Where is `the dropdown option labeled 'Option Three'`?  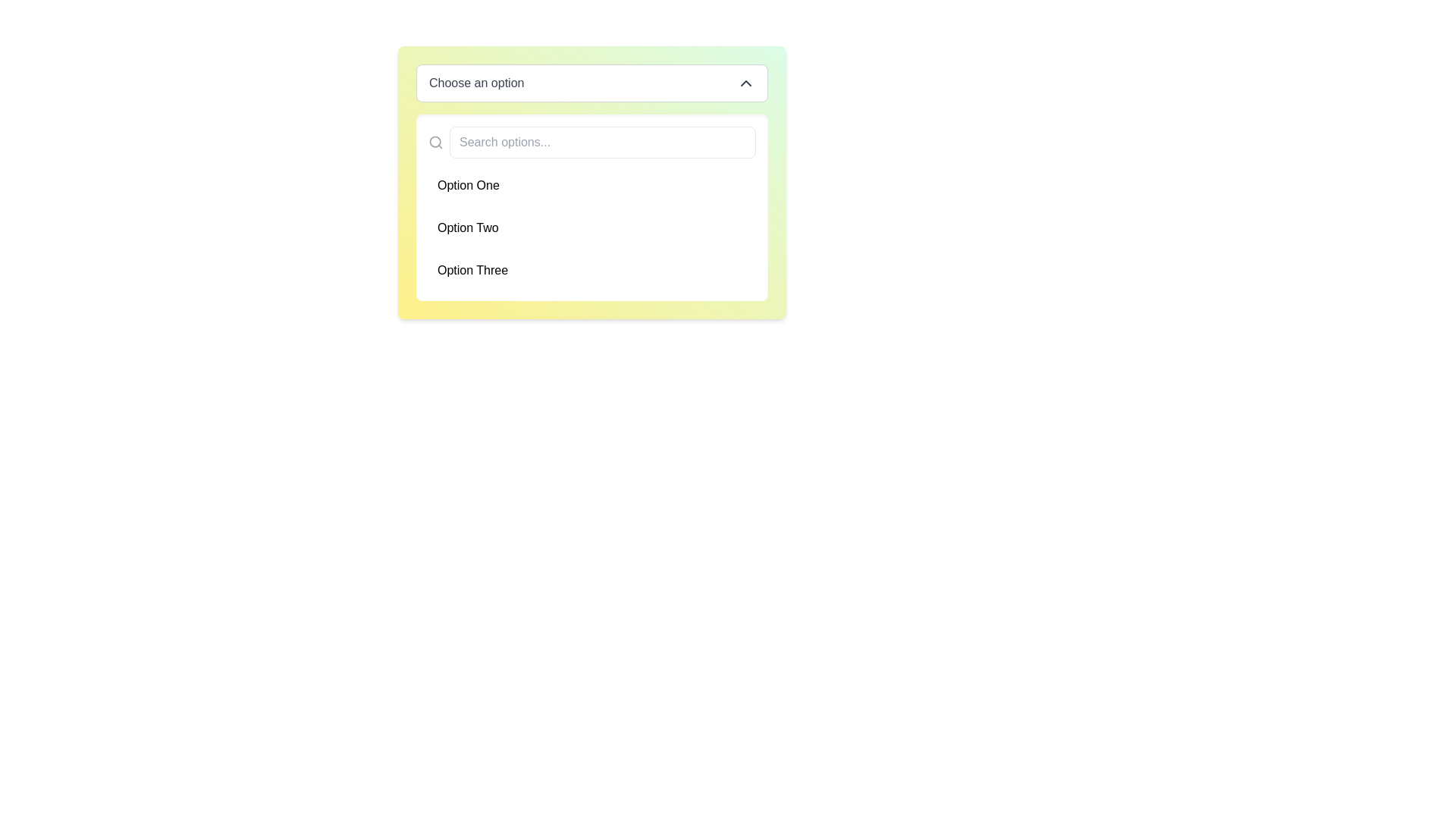 the dropdown option labeled 'Option Three' is located at coordinates (591, 270).